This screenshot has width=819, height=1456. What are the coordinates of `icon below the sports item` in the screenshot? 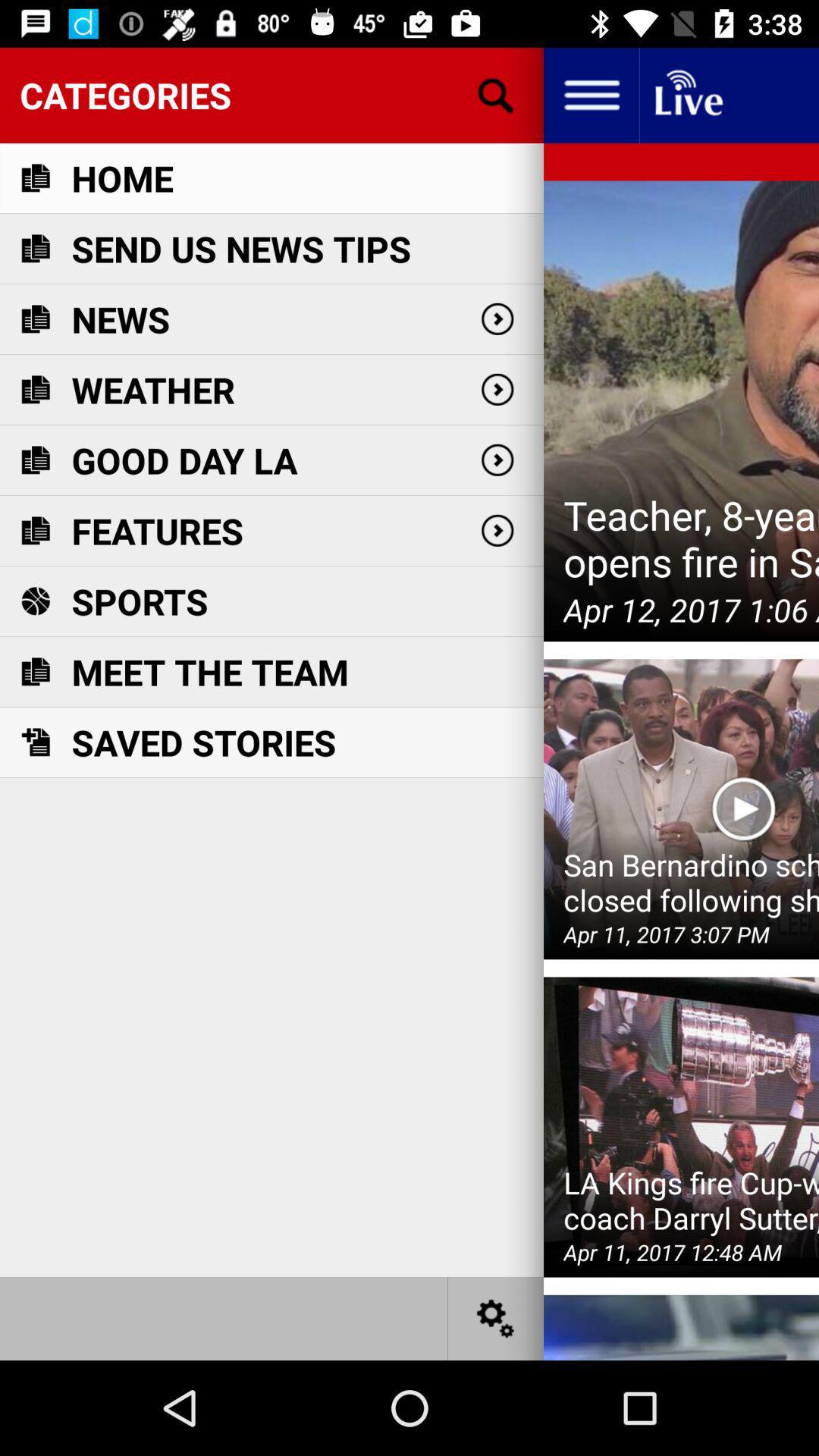 It's located at (210, 671).